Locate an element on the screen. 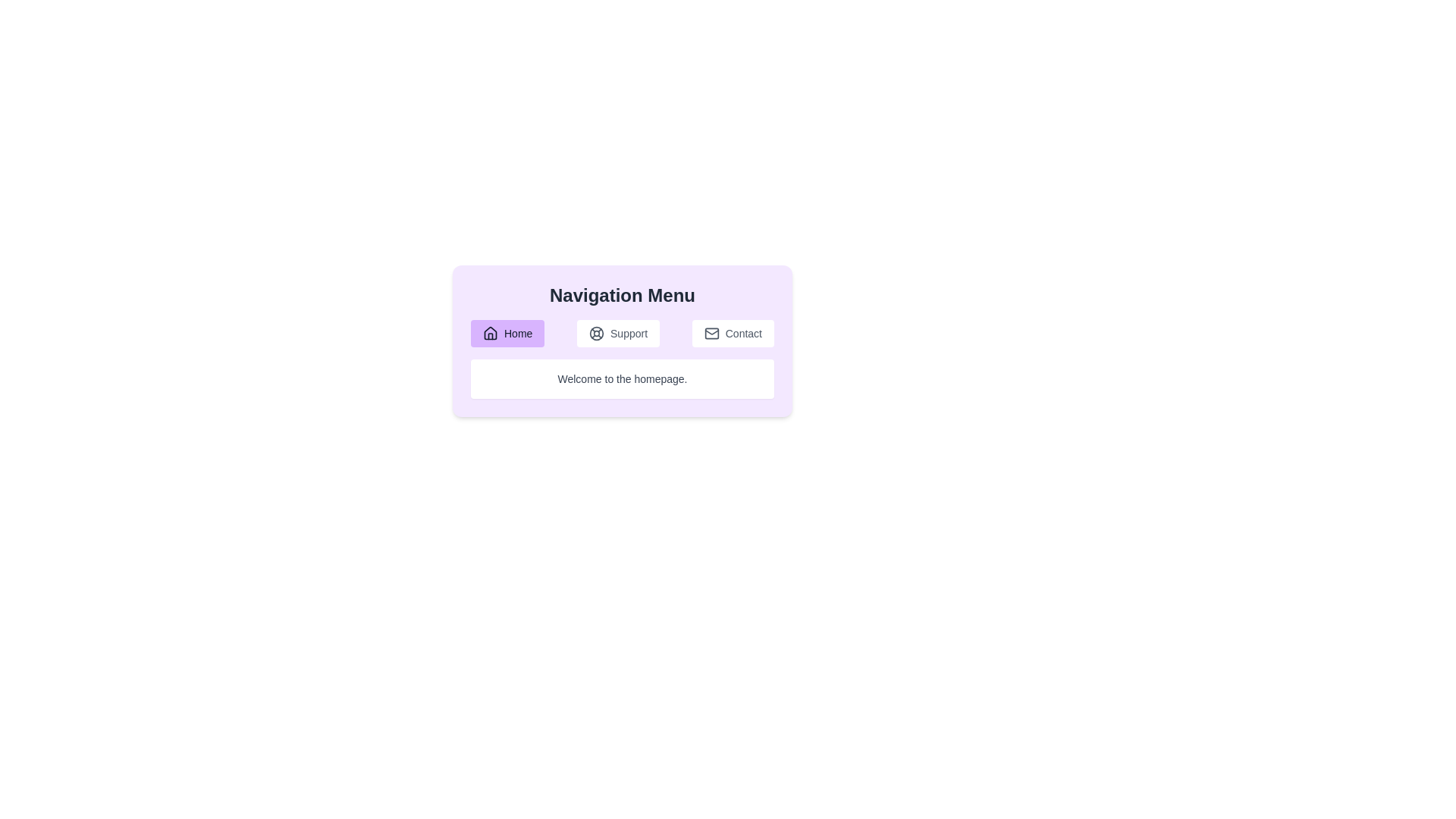 This screenshot has width=1456, height=819. the right side text label of the 'Support' button, which provides a visual cue for its functionality, located adjacent to the life-buoy icon is located at coordinates (629, 332).